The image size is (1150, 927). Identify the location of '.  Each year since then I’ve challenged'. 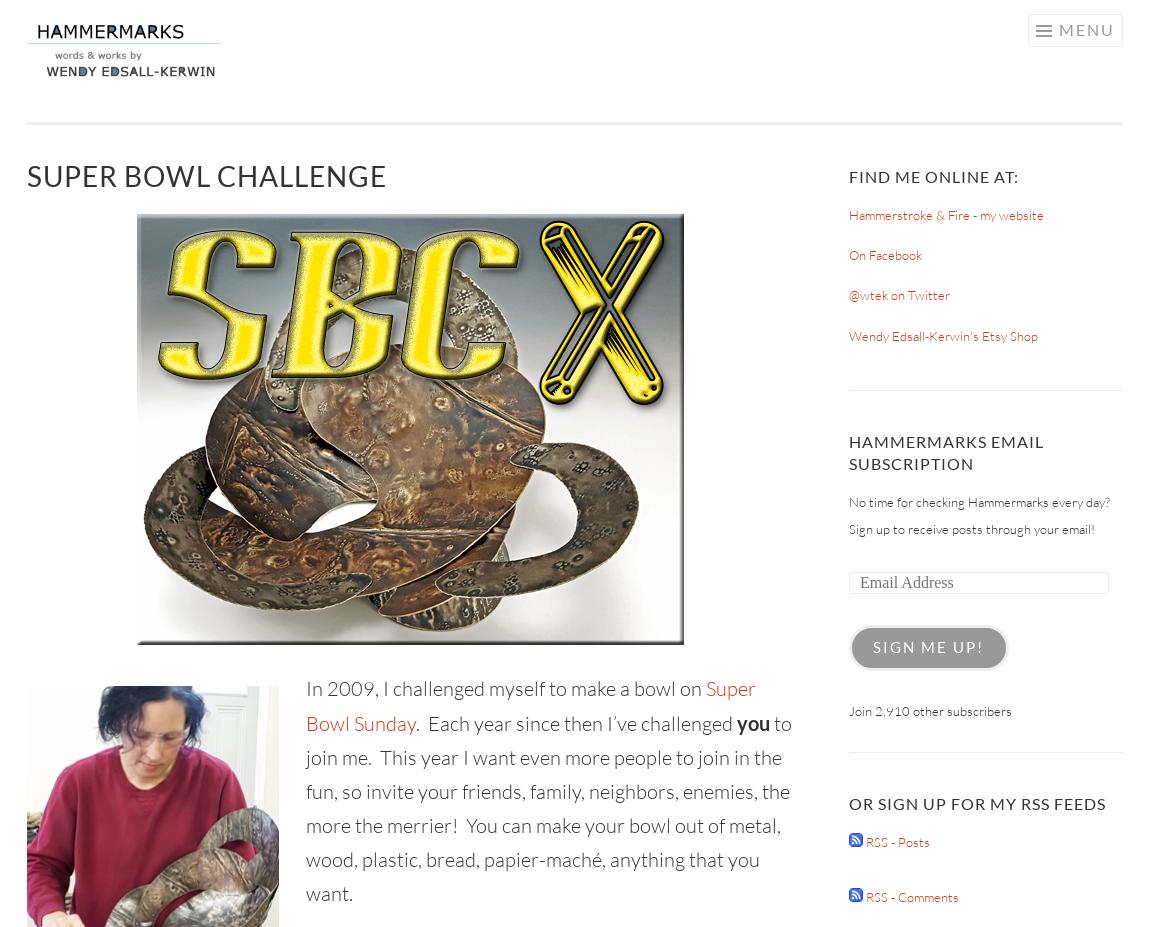
(415, 722).